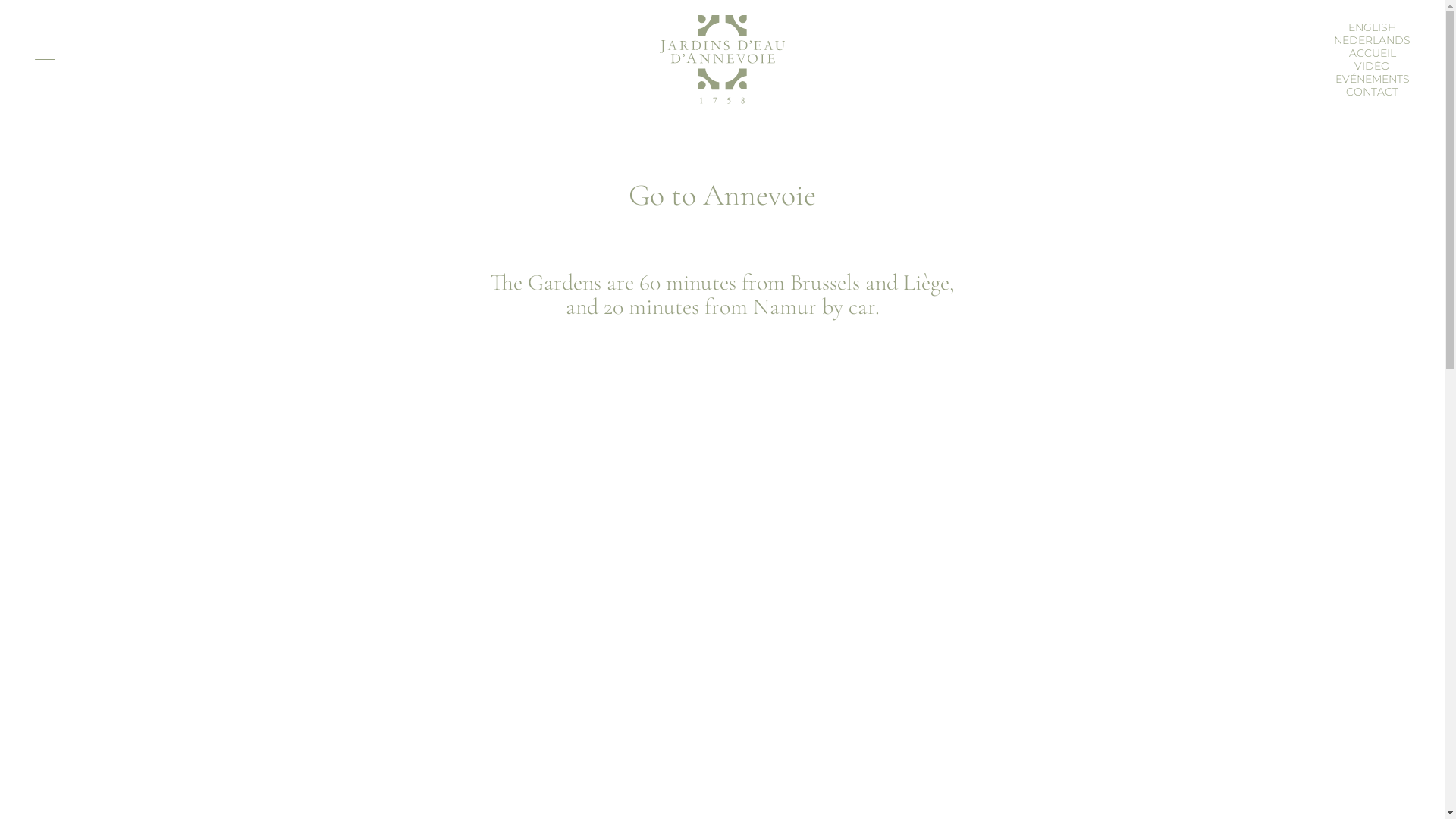 Image resolution: width=1456 pixels, height=819 pixels. What do you see at coordinates (45, 58) in the screenshot?
I see `'Toggle navigation'` at bounding box center [45, 58].